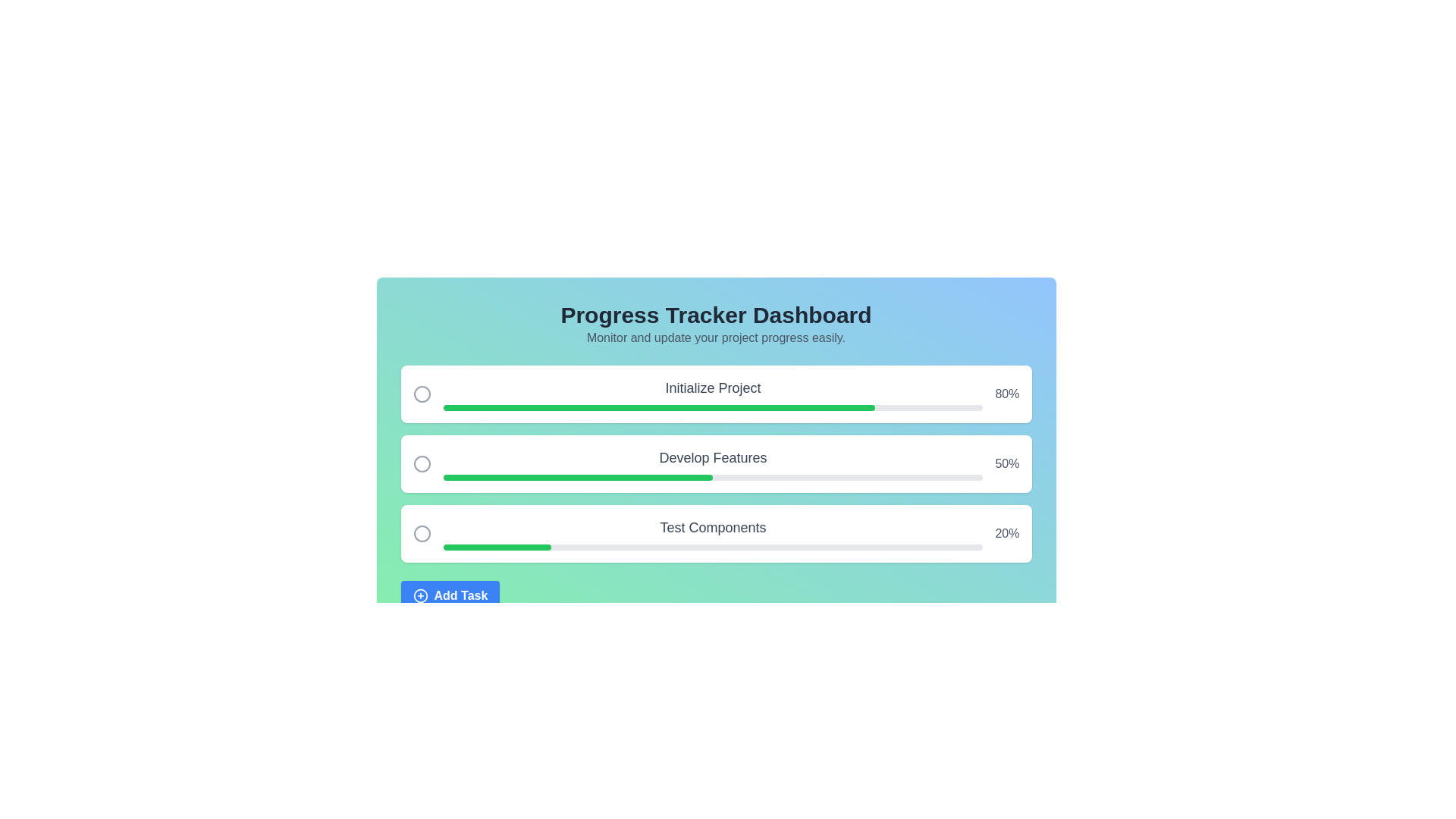 The image size is (1456, 819). I want to click on title and description of the Header section titled 'Progress Tracker Dashboard', which is centrally aligned and located at the top of the interface, so click(715, 324).